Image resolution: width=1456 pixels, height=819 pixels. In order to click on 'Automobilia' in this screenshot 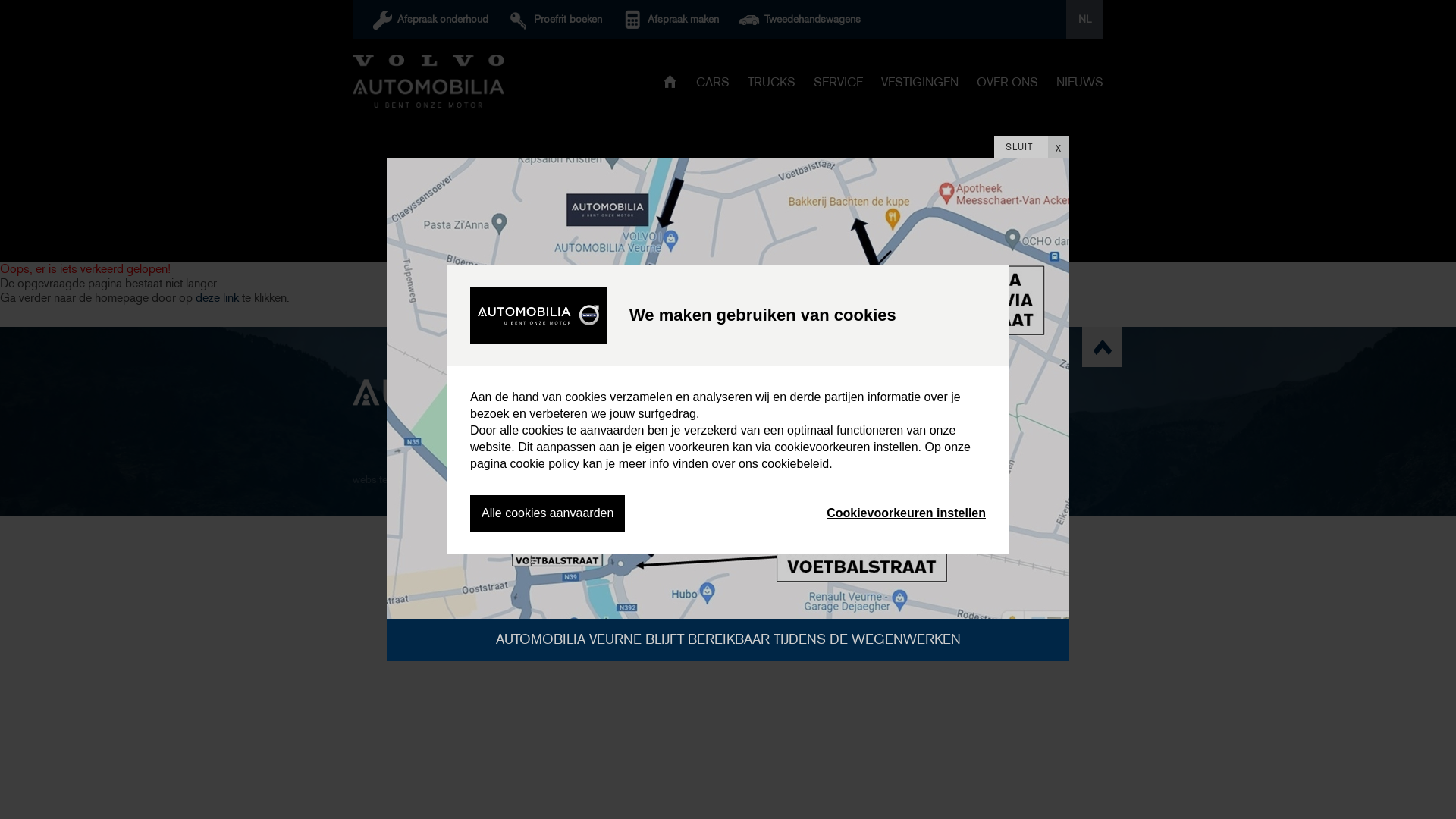, I will do `click(428, 81)`.